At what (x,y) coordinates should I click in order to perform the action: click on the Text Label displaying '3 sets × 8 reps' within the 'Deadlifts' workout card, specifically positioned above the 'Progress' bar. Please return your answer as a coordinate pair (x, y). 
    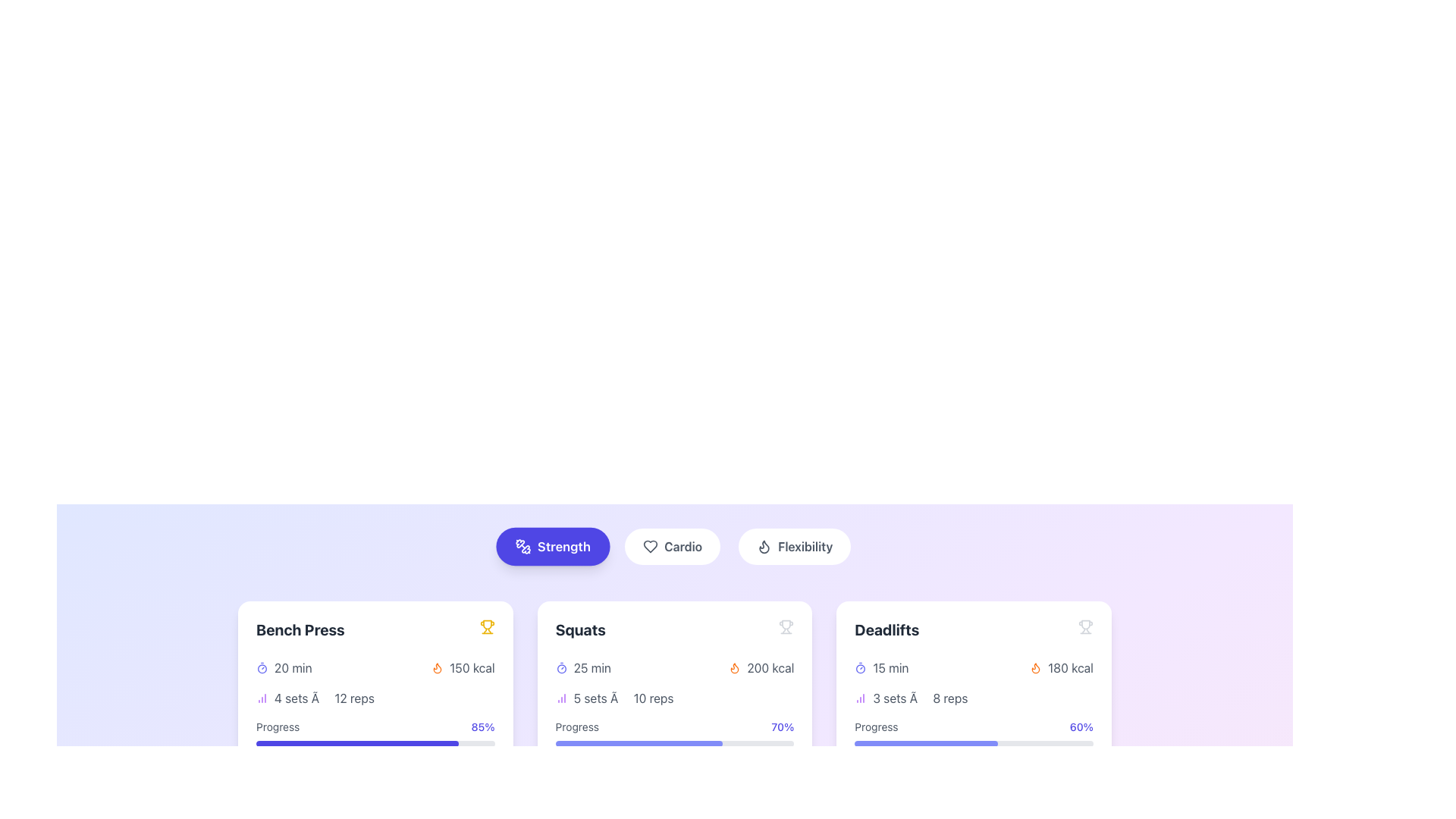
    Looking at the image, I should click on (919, 698).